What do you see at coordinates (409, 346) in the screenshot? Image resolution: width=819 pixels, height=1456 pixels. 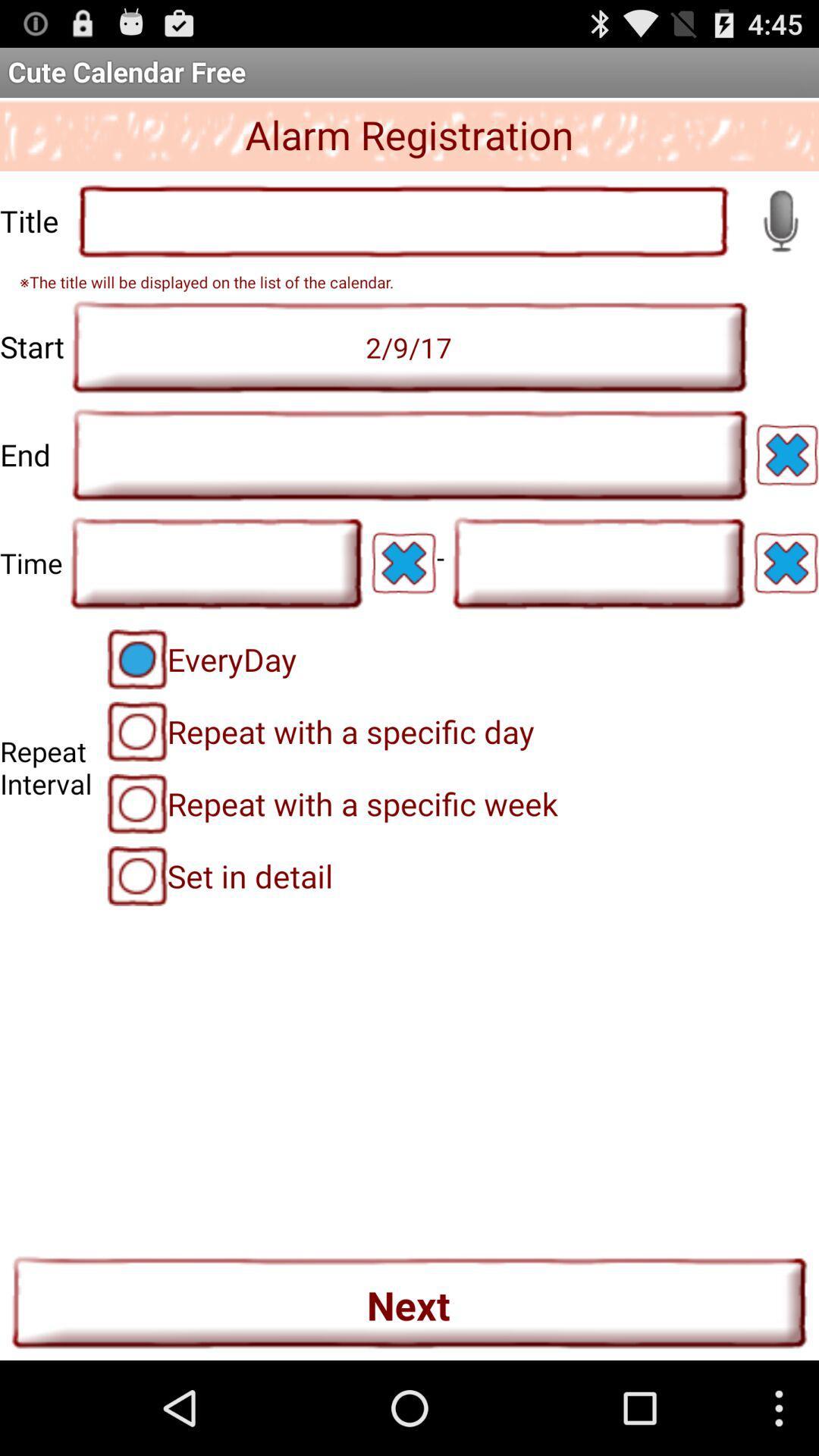 I see `app below the title will app` at bounding box center [409, 346].